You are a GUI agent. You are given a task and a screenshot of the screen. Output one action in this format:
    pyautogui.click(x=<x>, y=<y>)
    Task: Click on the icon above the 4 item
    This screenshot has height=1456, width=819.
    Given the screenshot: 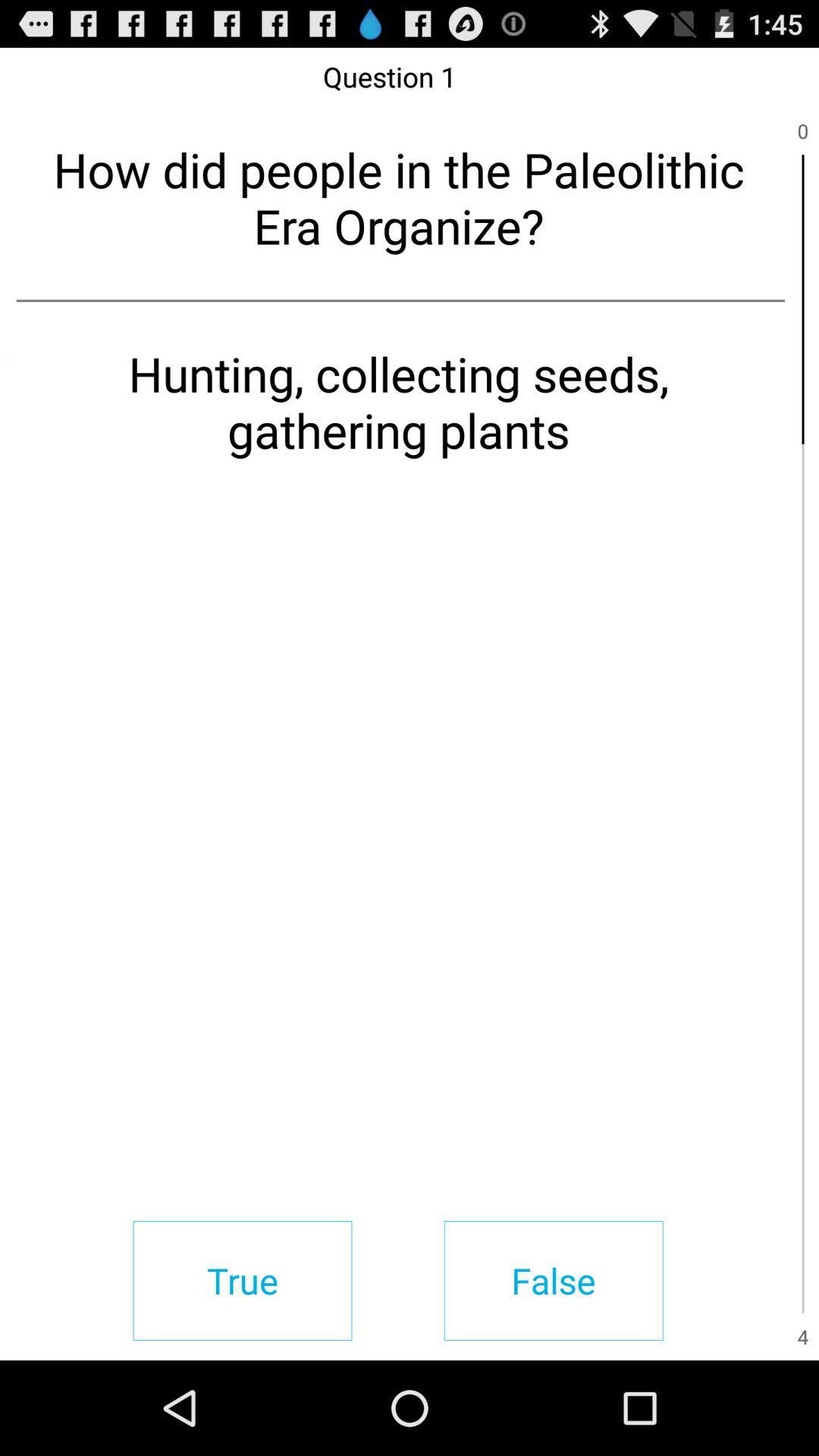 What is the action you would take?
    pyautogui.click(x=802, y=1167)
    